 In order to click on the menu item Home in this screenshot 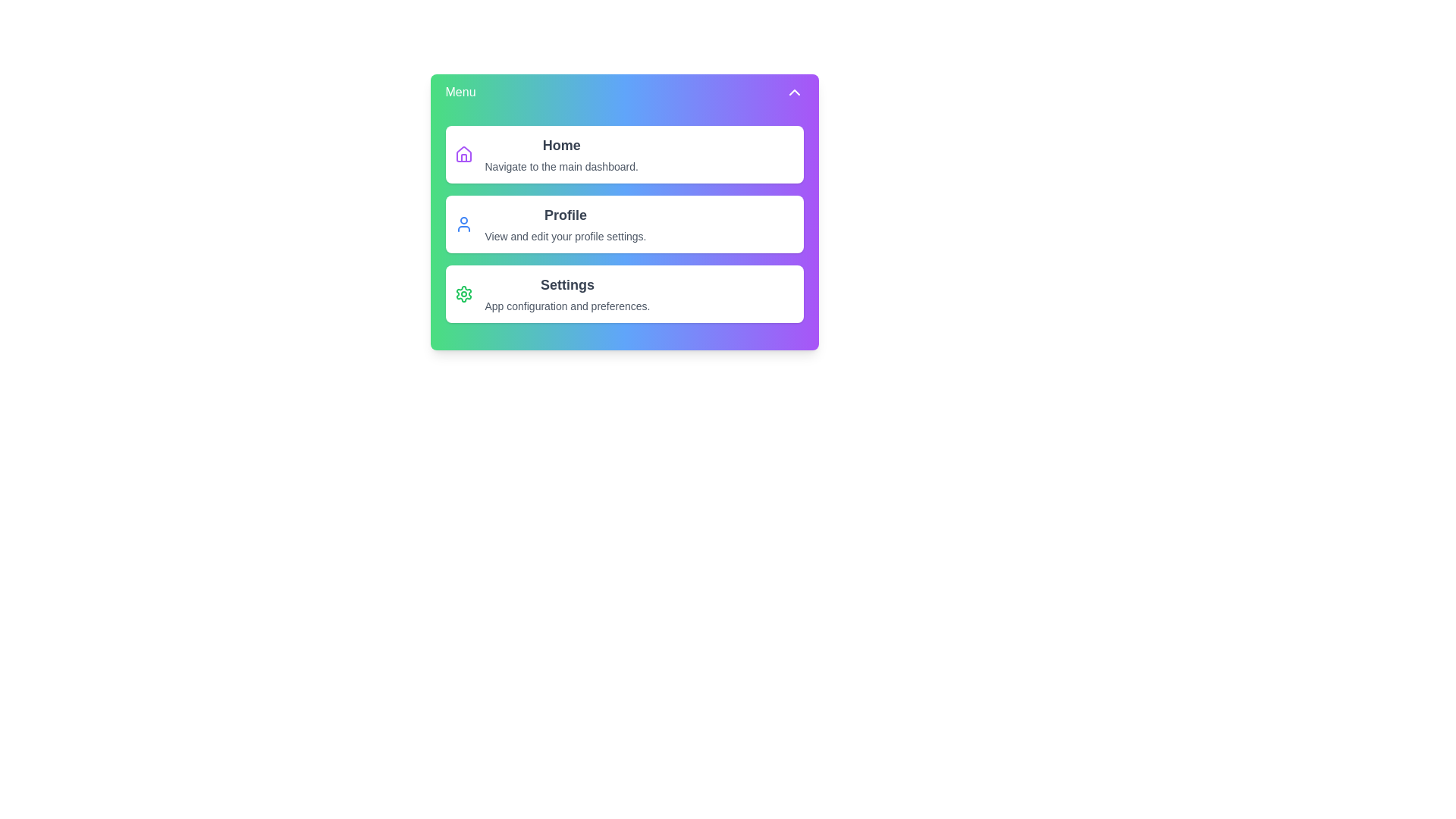, I will do `click(624, 155)`.